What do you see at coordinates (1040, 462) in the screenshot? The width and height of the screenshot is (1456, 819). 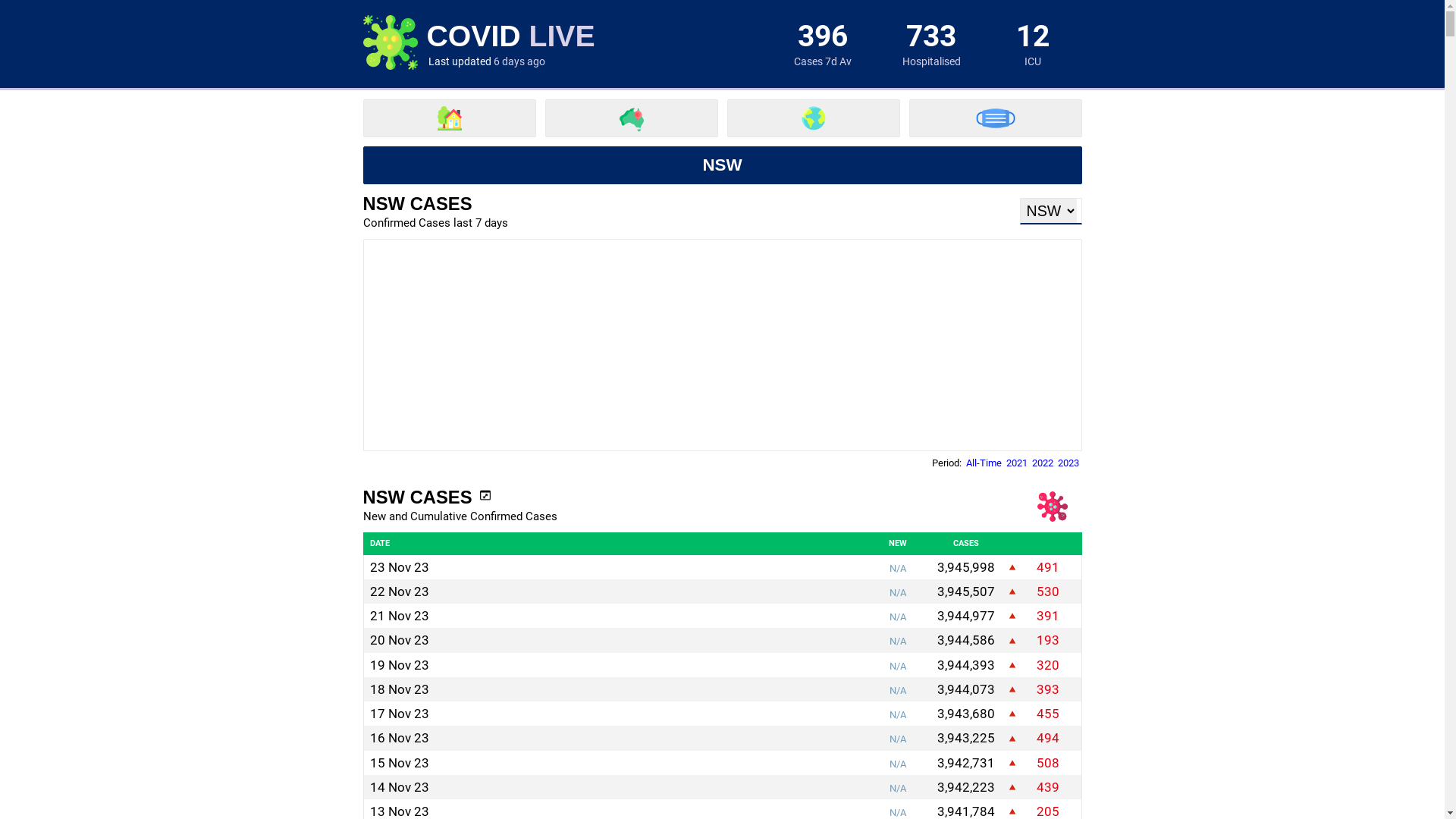 I see `'2022'` at bounding box center [1040, 462].